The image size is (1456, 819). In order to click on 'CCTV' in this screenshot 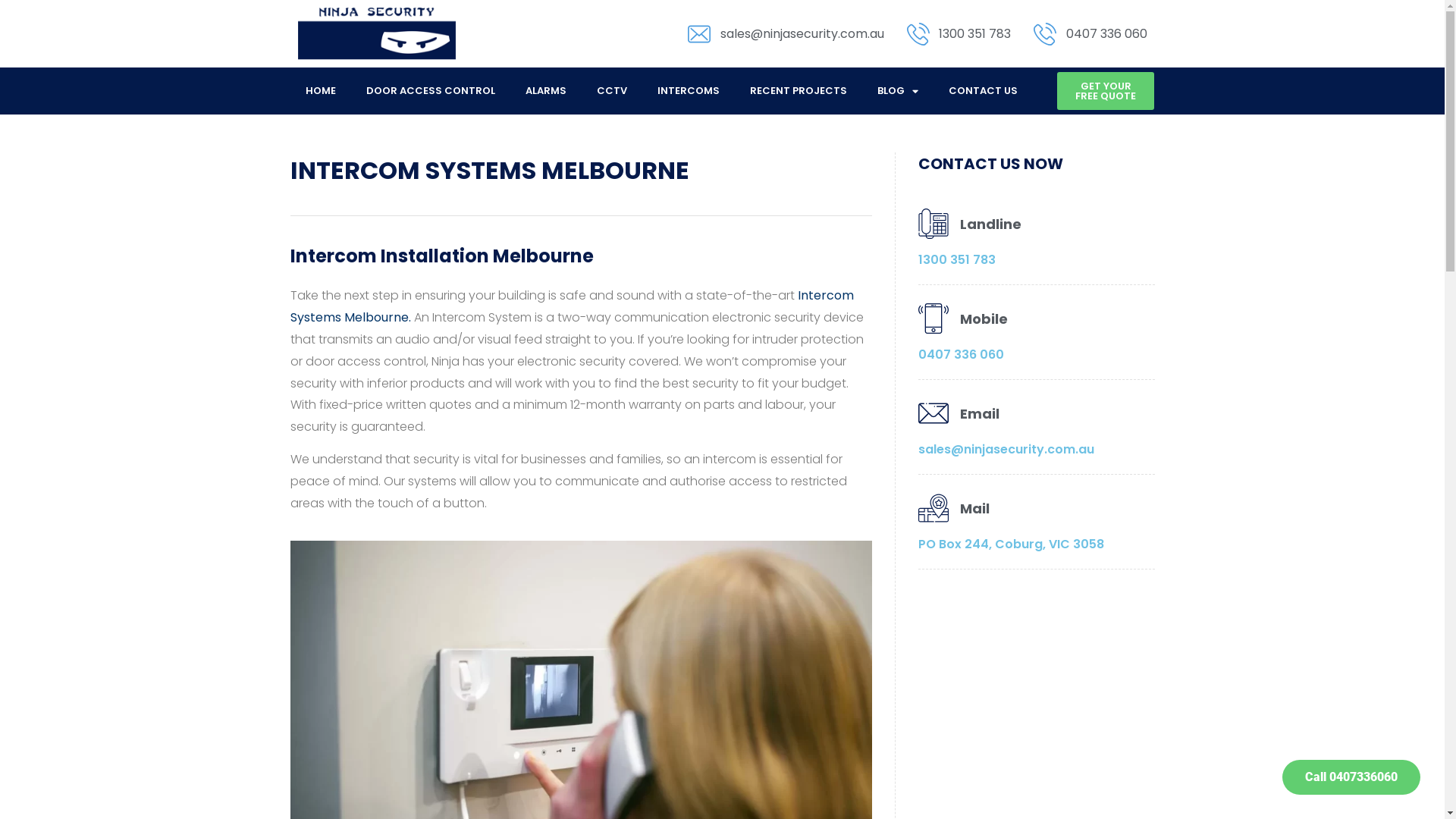, I will do `click(580, 90)`.